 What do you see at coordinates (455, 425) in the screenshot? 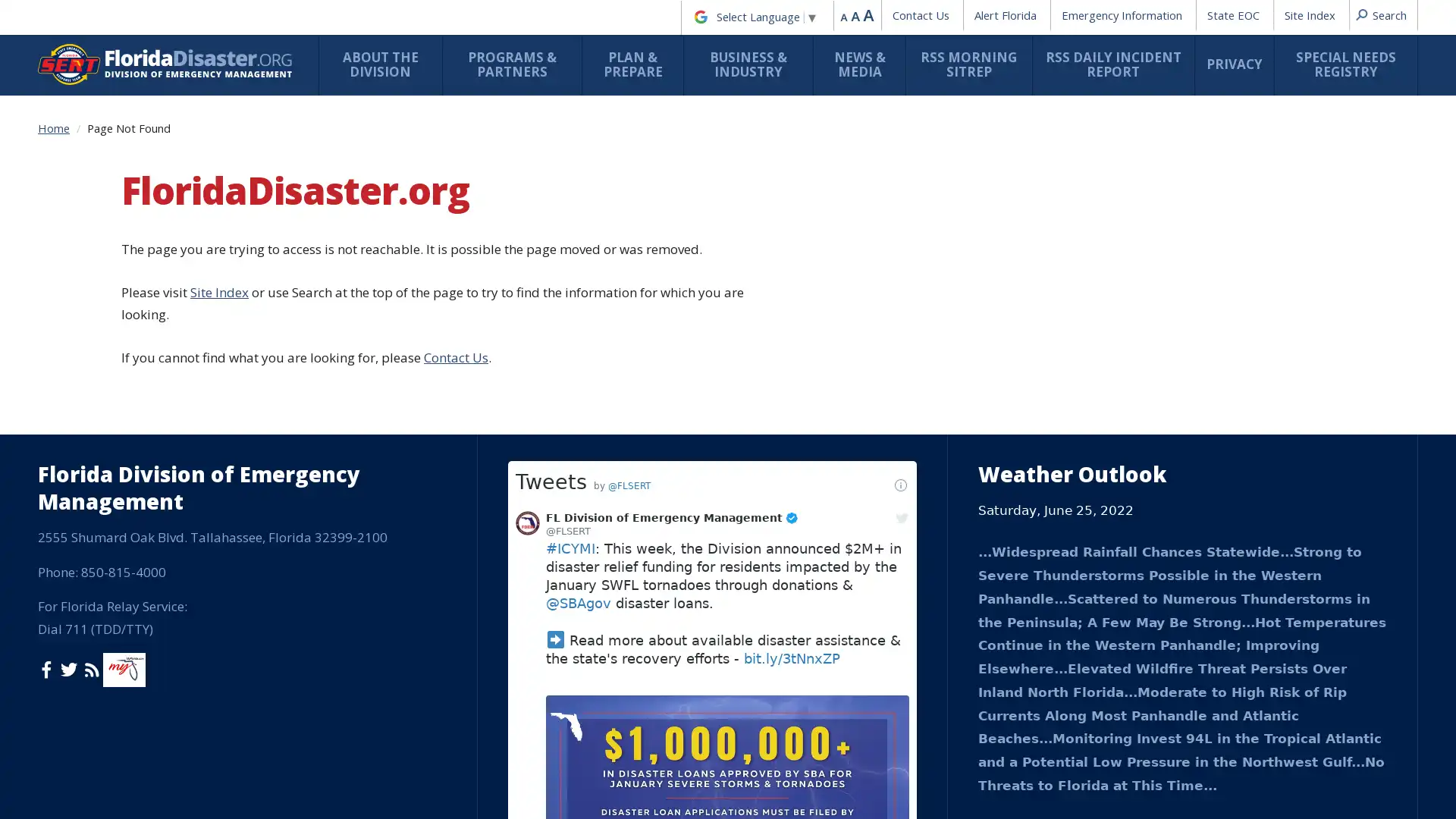
I see `Toggle More` at bounding box center [455, 425].